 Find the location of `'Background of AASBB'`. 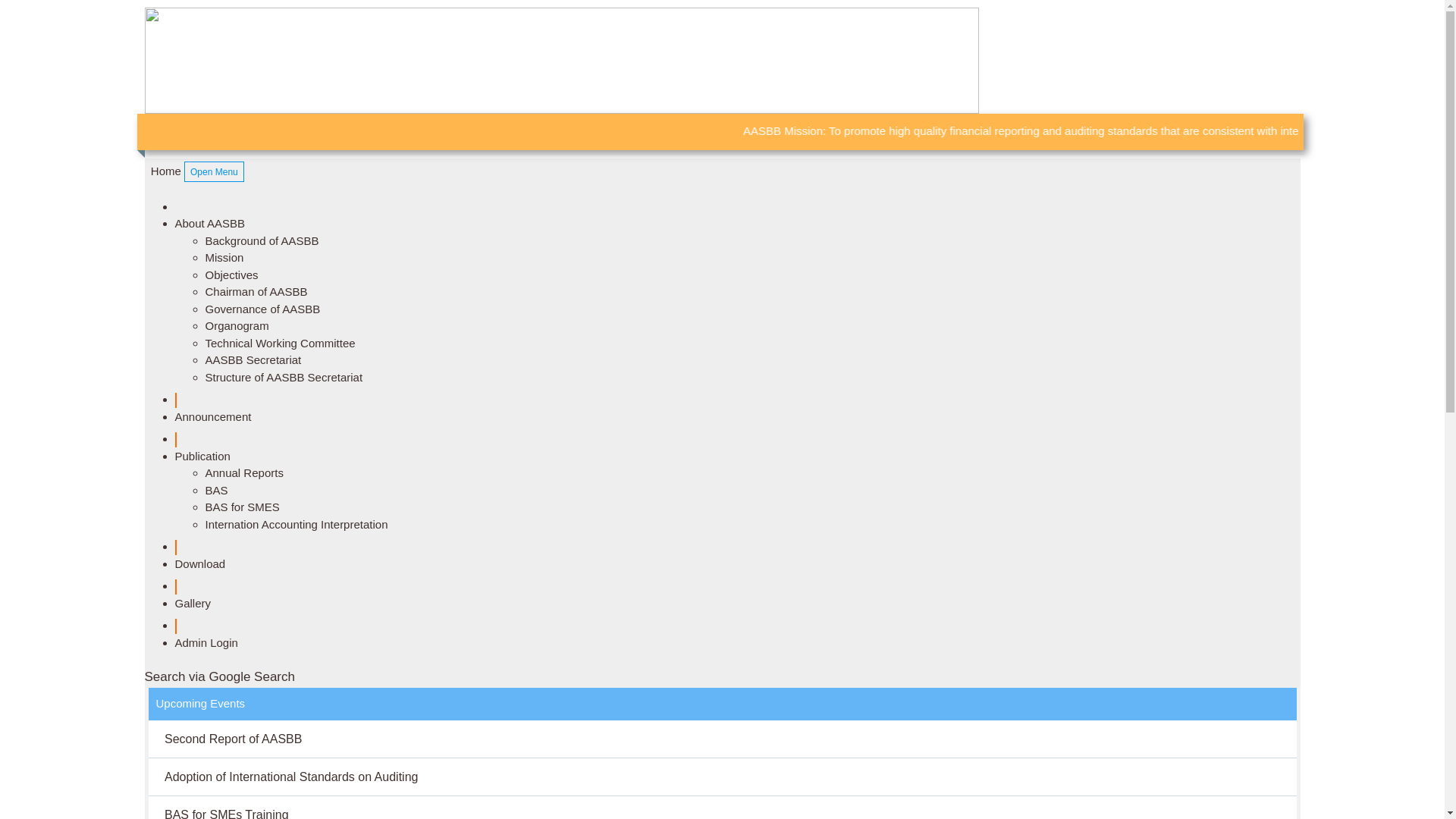

'Background of AASBB' is located at coordinates (203, 239).